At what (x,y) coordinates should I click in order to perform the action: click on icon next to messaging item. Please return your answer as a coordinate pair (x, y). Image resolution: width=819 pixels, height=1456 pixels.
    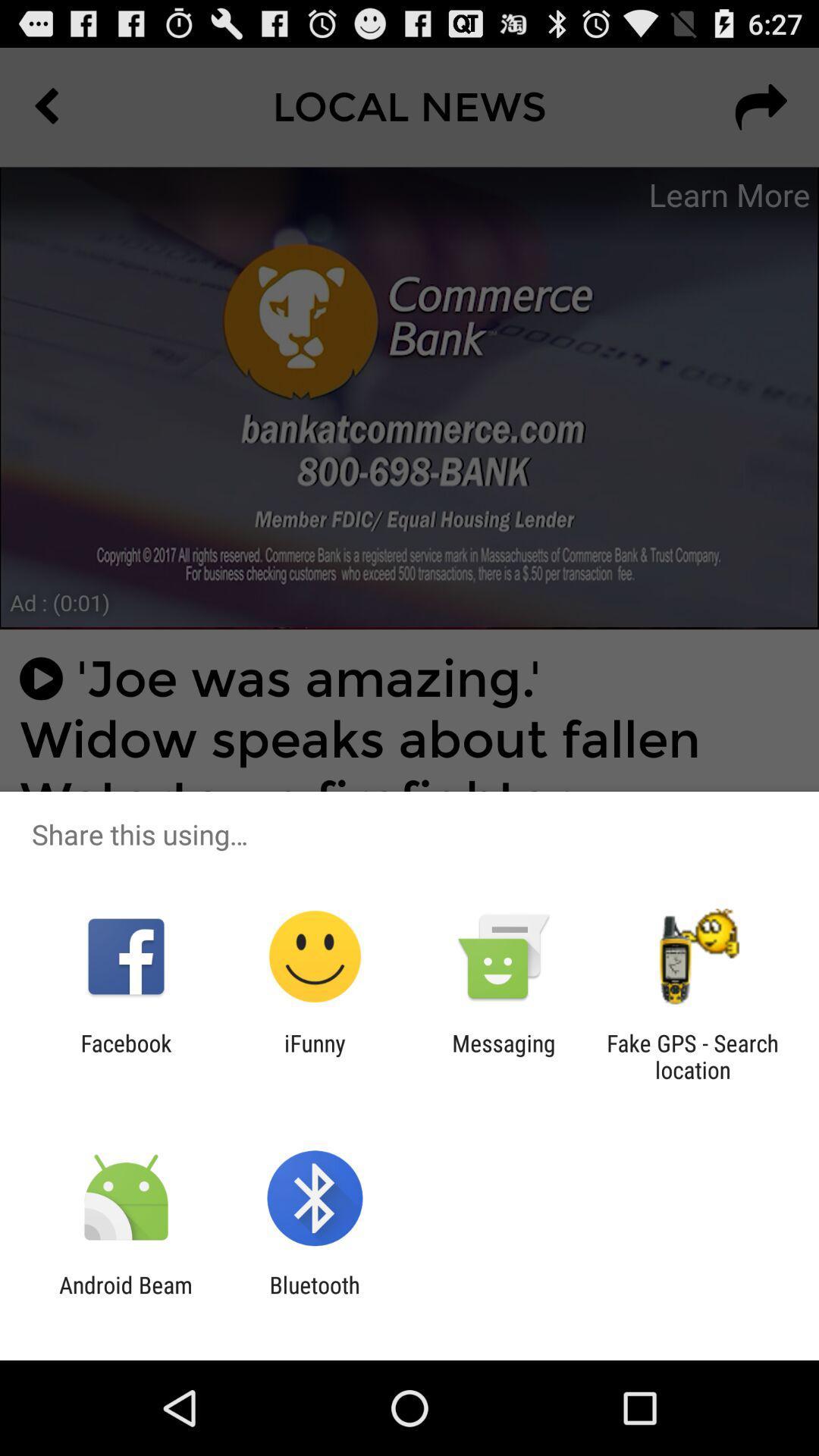
    Looking at the image, I should click on (314, 1056).